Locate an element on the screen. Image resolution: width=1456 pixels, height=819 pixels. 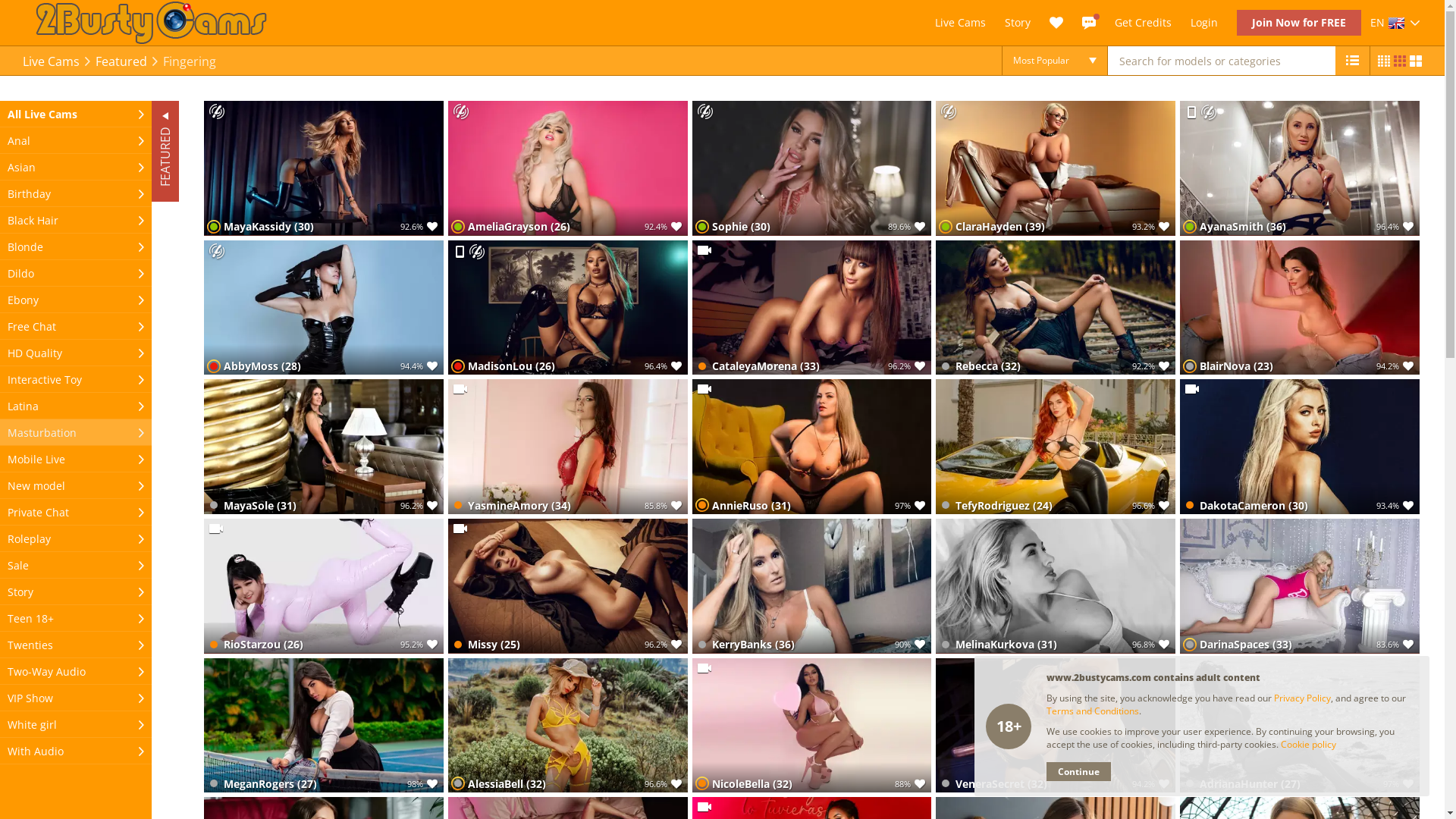
'Asian' is located at coordinates (75, 167).